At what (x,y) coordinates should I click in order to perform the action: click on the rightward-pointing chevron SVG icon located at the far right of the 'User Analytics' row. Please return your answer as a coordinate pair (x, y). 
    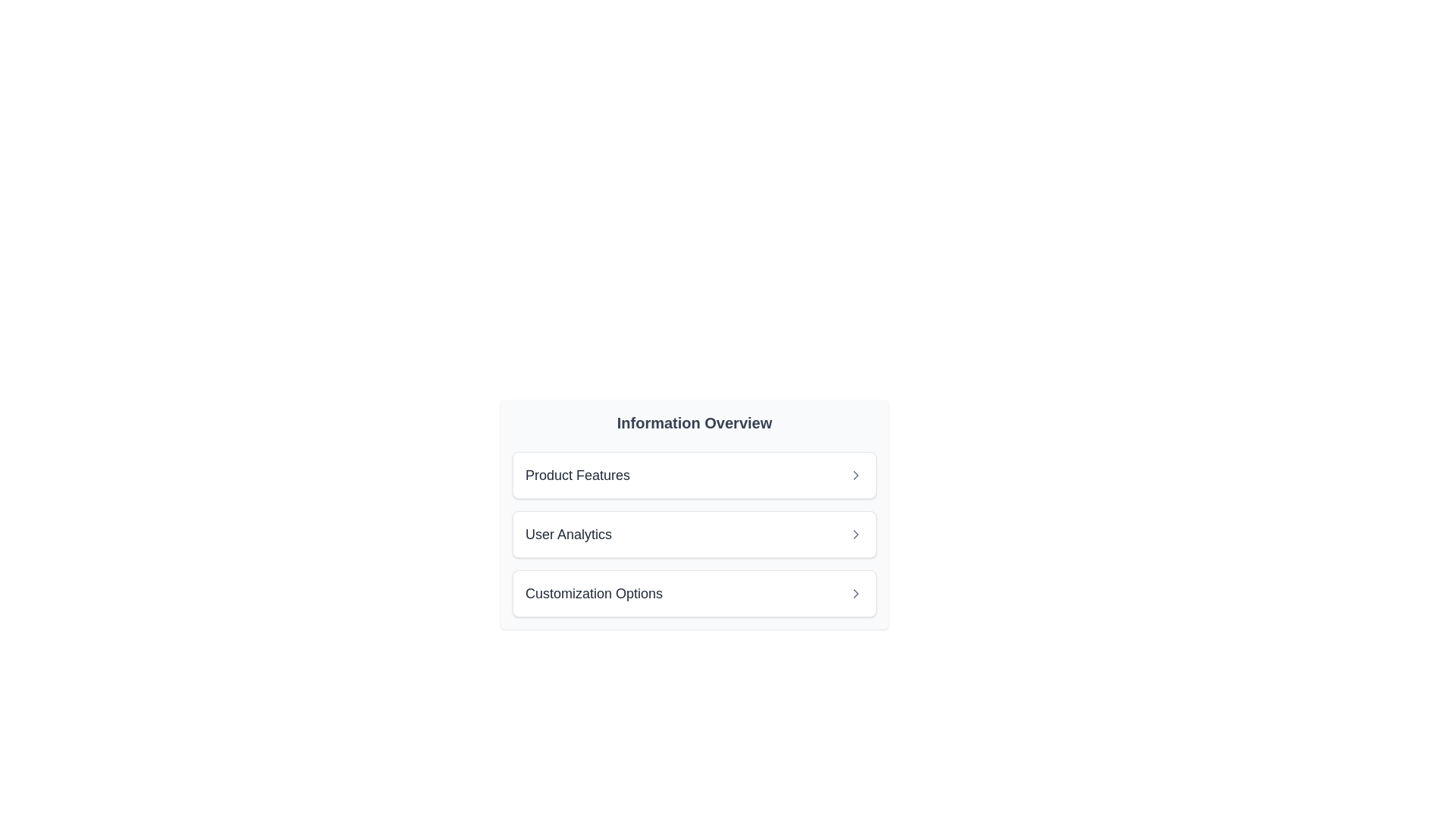
    Looking at the image, I should click on (855, 534).